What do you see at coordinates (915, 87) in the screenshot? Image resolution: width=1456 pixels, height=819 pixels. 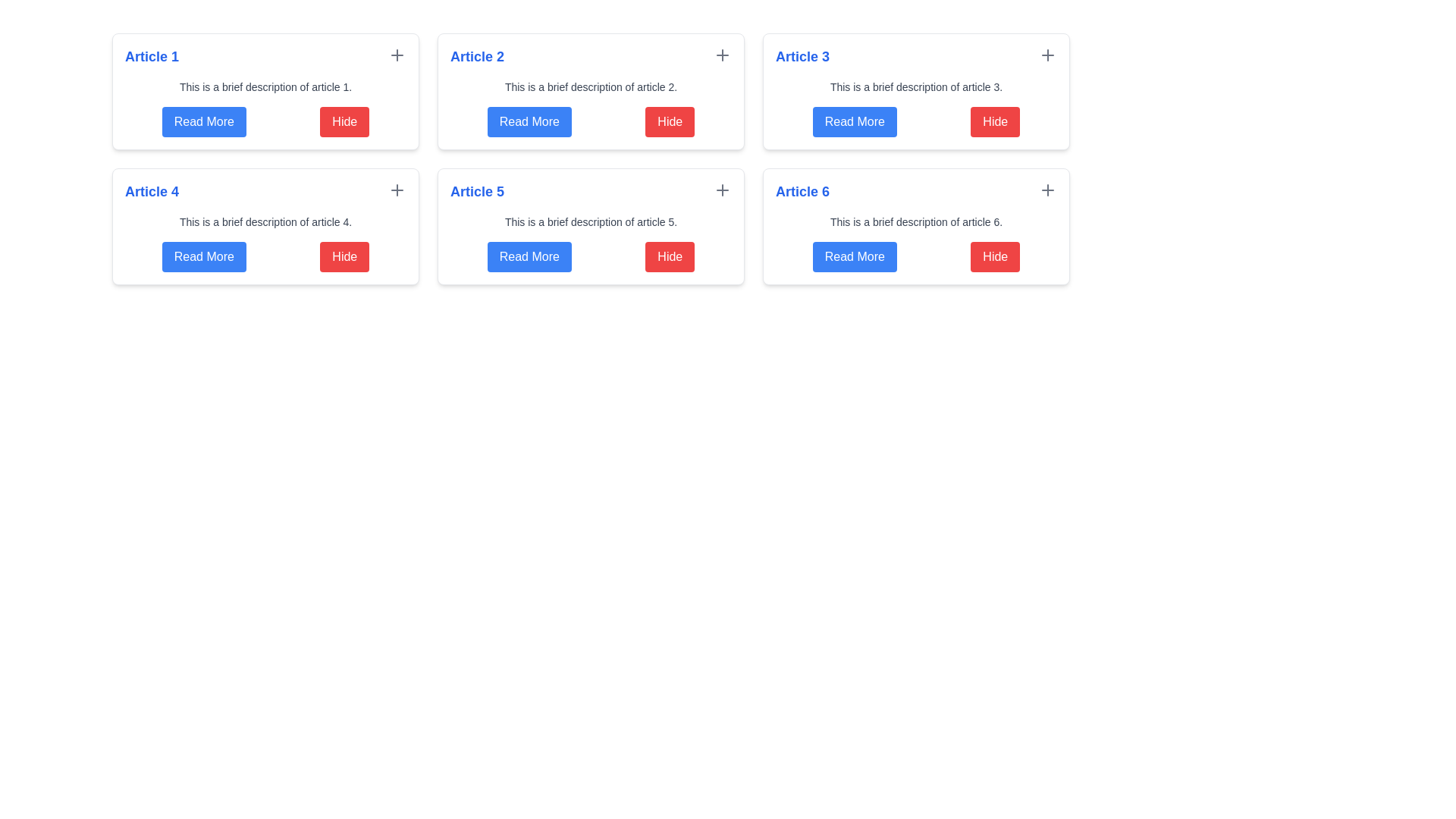 I see `the static text element providing a brief description of the content in the 'Article 3' section, located directly below the 'Article 3' header` at bounding box center [915, 87].